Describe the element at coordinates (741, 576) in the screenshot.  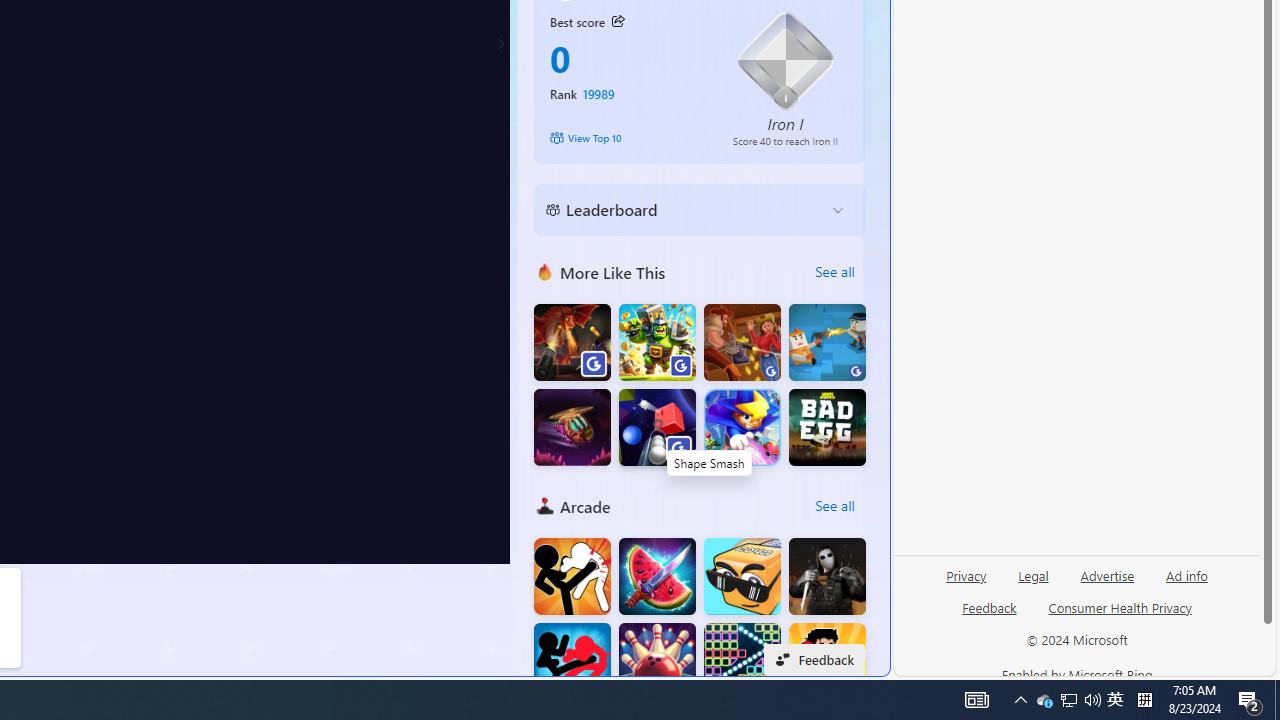
I see `'Cubes2048'` at that location.